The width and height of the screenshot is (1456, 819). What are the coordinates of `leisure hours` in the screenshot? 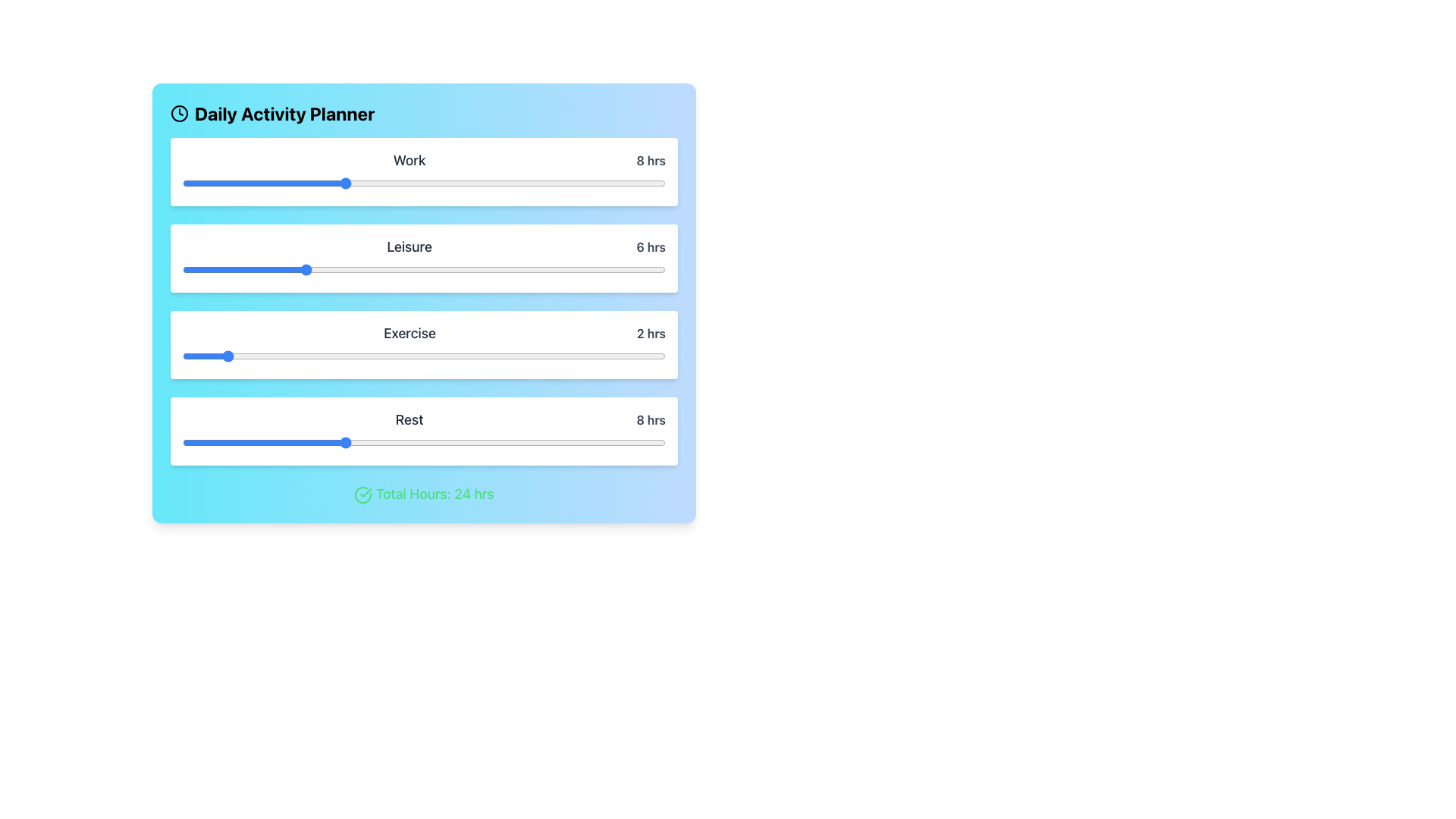 It's located at (443, 268).